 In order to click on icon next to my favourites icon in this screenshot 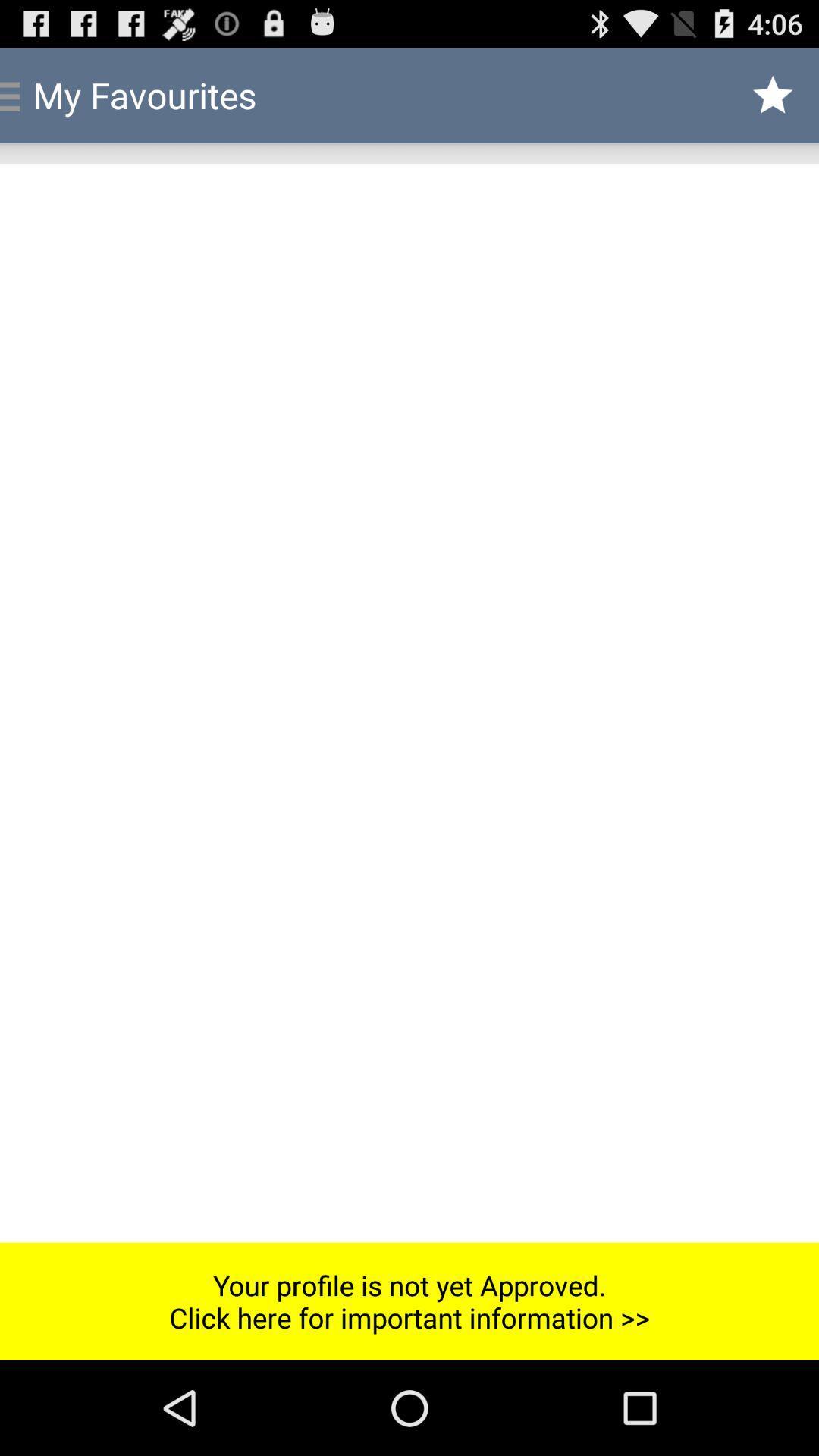, I will do `click(773, 94)`.